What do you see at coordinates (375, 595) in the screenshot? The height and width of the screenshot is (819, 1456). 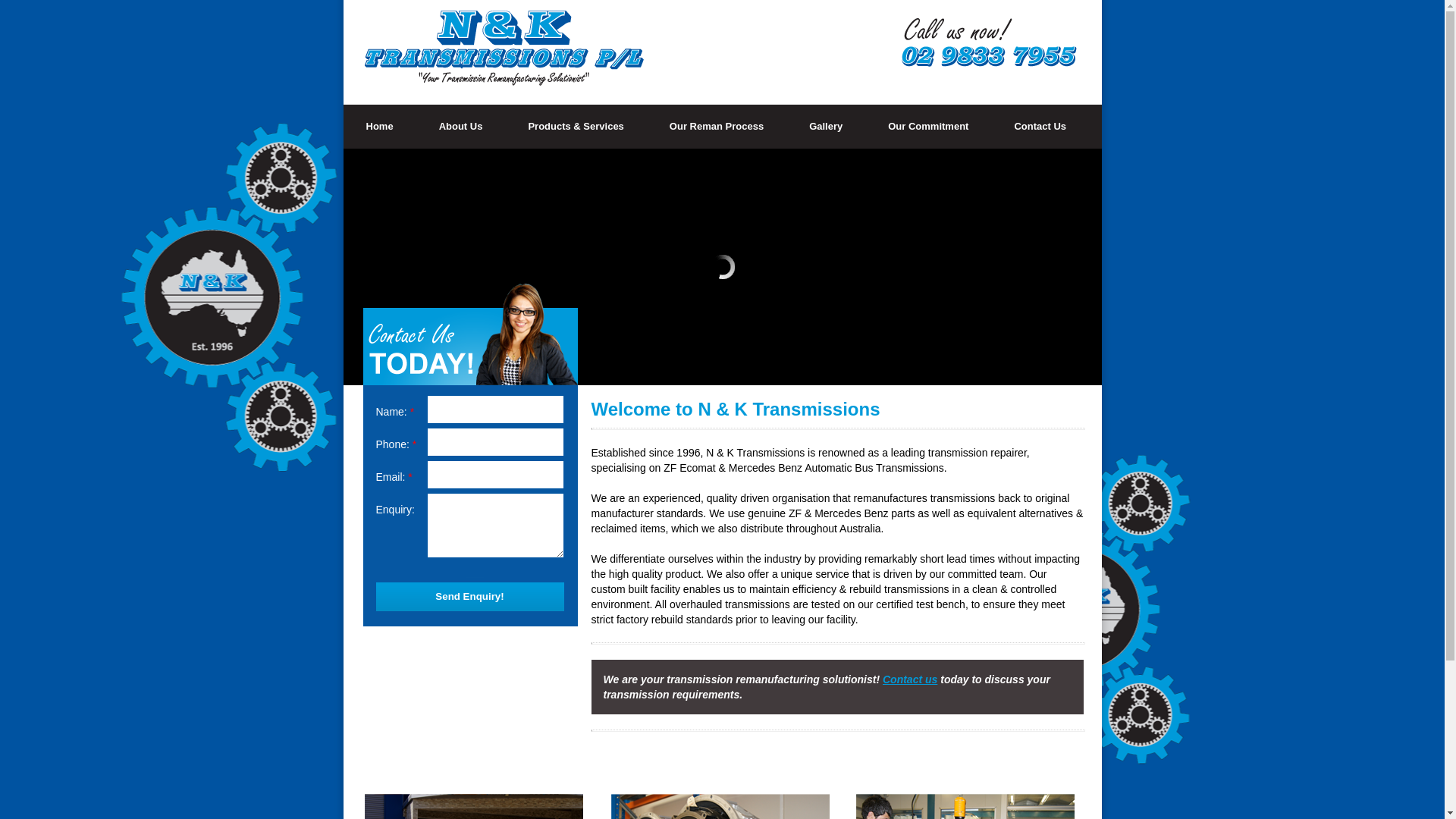 I see `'Send Enquiry!'` at bounding box center [375, 595].